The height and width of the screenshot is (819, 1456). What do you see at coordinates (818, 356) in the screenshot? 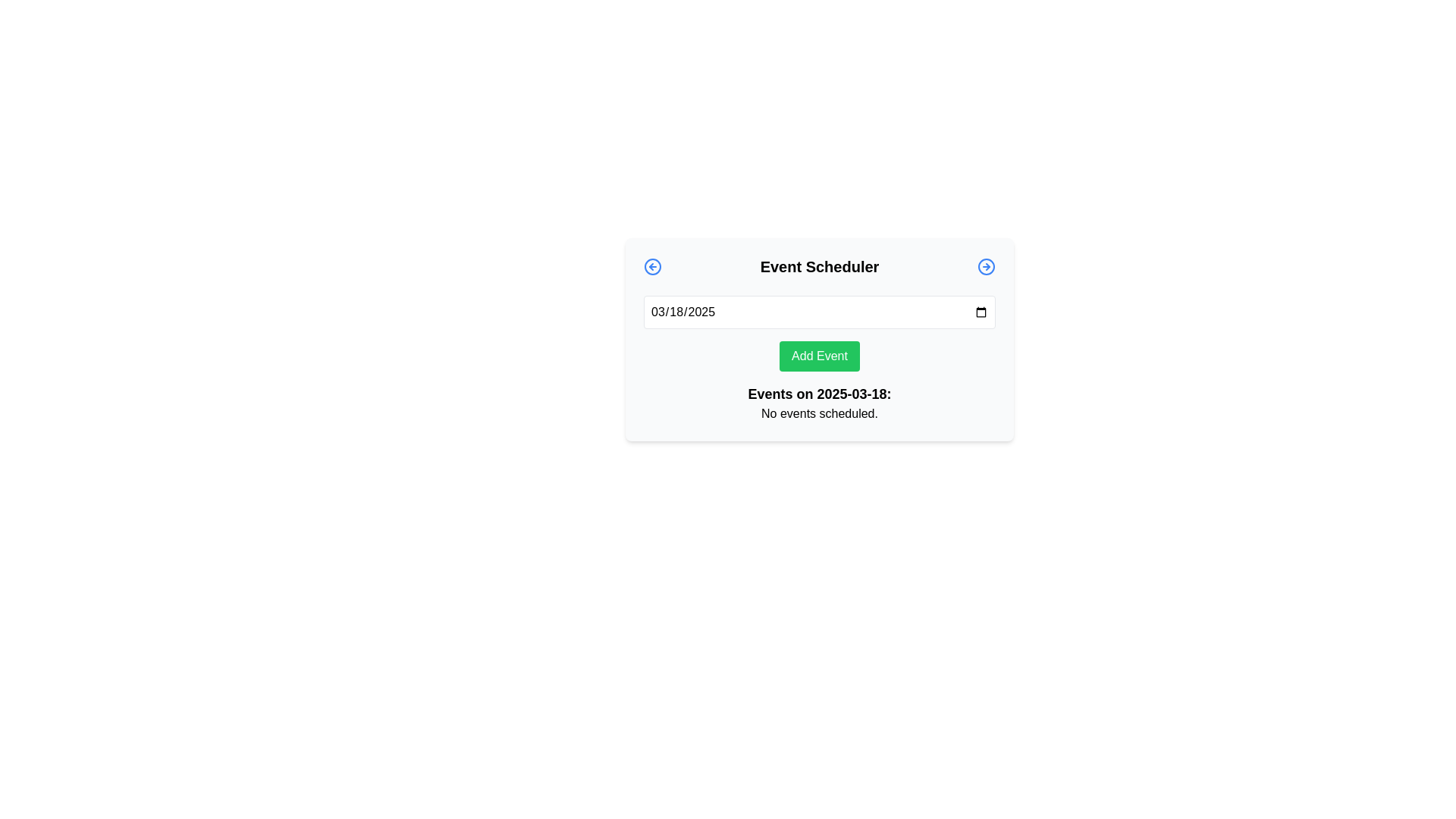
I see `the green 'Add Event' button` at bounding box center [818, 356].